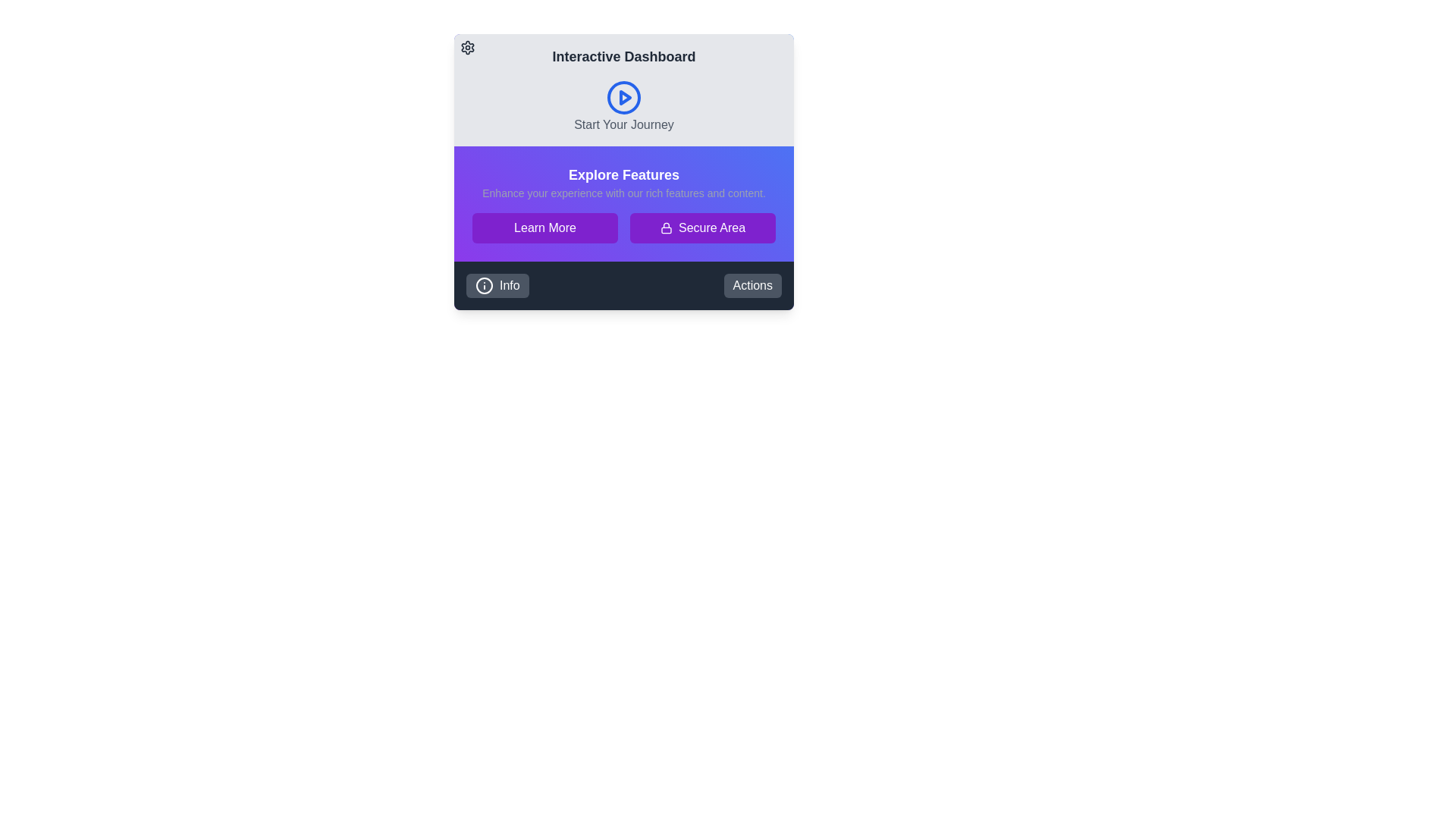 The height and width of the screenshot is (819, 1456). Describe the element at coordinates (711, 227) in the screenshot. I see `the purple button labeled 'Secure Area' which contains the text label` at that location.